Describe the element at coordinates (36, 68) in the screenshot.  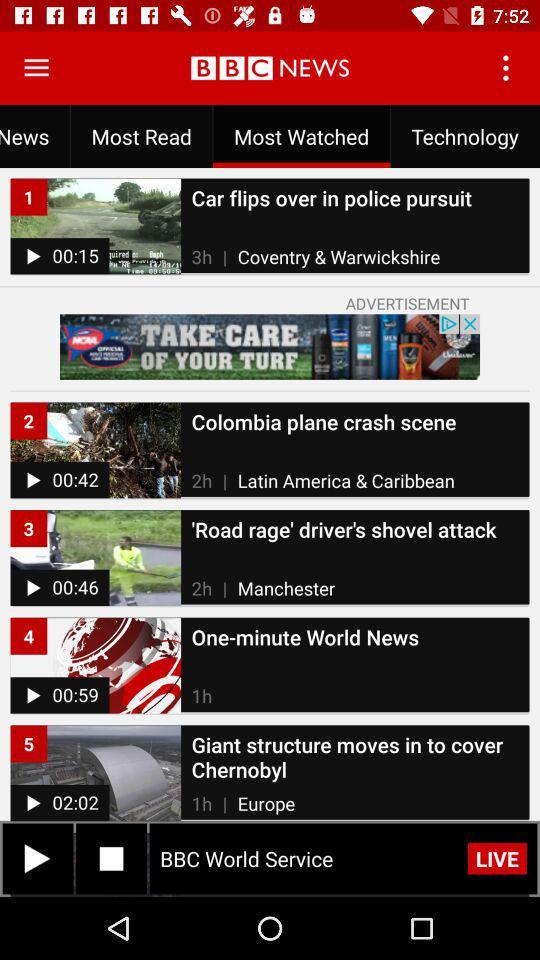
I see `menu` at that location.